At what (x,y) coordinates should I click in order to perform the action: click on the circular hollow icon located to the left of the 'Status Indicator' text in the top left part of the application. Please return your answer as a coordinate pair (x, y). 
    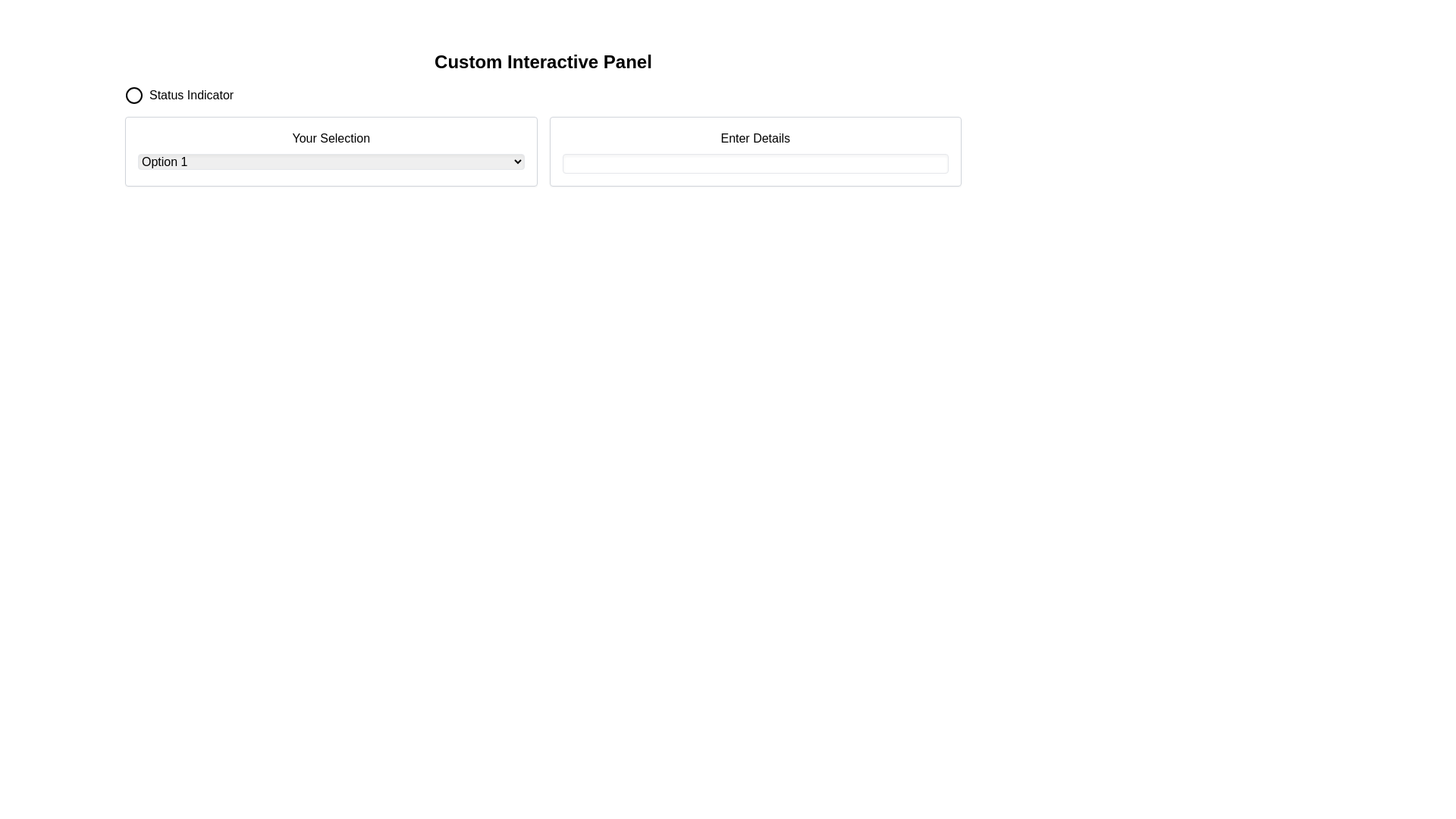
    Looking at the image, I should click on (134, 96).